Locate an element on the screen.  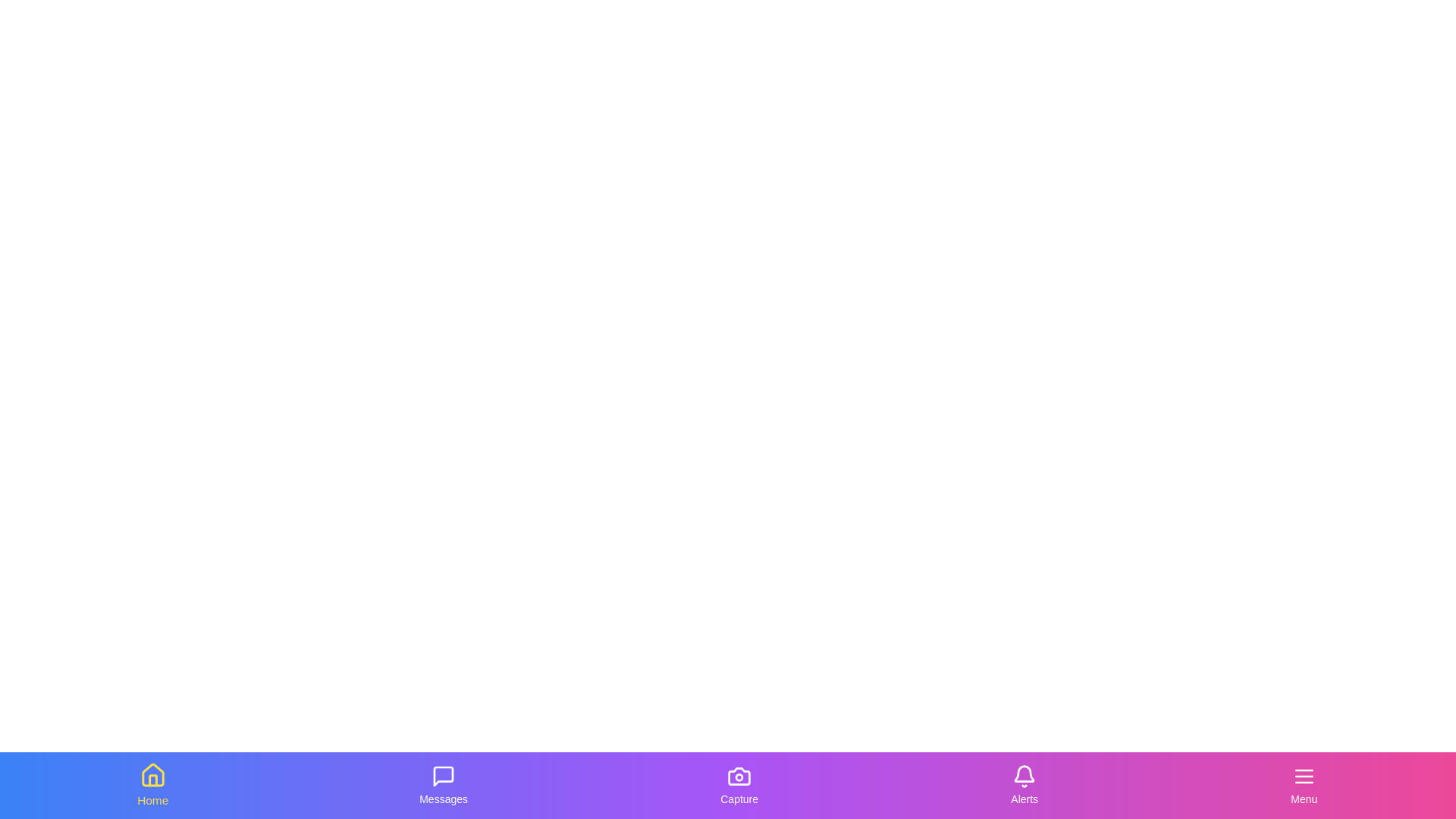
the tab labeled Menu to observe its visual feedback is located at coordinates (1302, 785).